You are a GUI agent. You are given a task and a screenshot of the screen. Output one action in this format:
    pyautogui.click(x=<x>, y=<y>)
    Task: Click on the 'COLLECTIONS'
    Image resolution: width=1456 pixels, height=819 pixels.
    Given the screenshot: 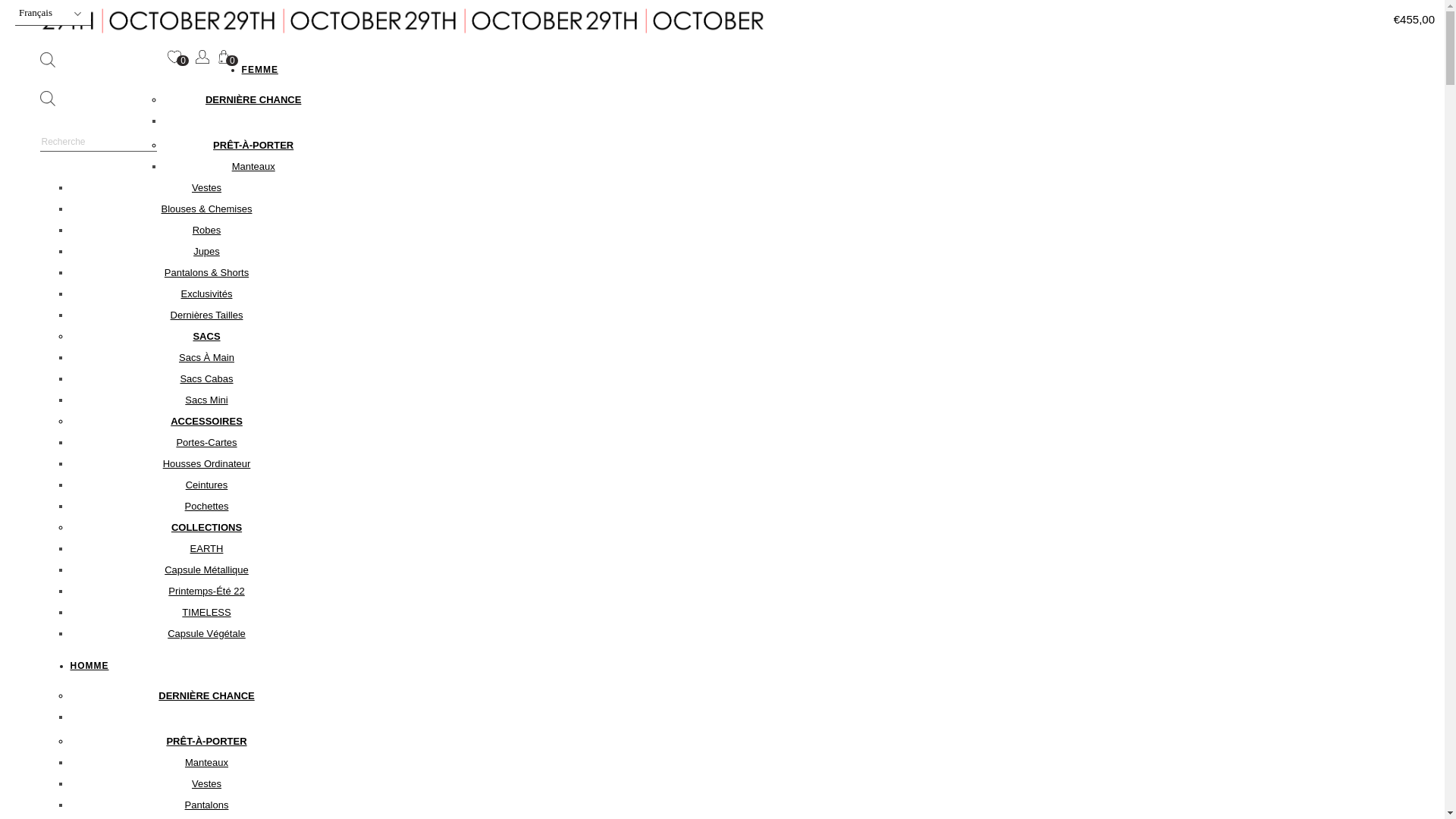 What is the action you would take?
    pyautogui.click(x=206, y=526)
    